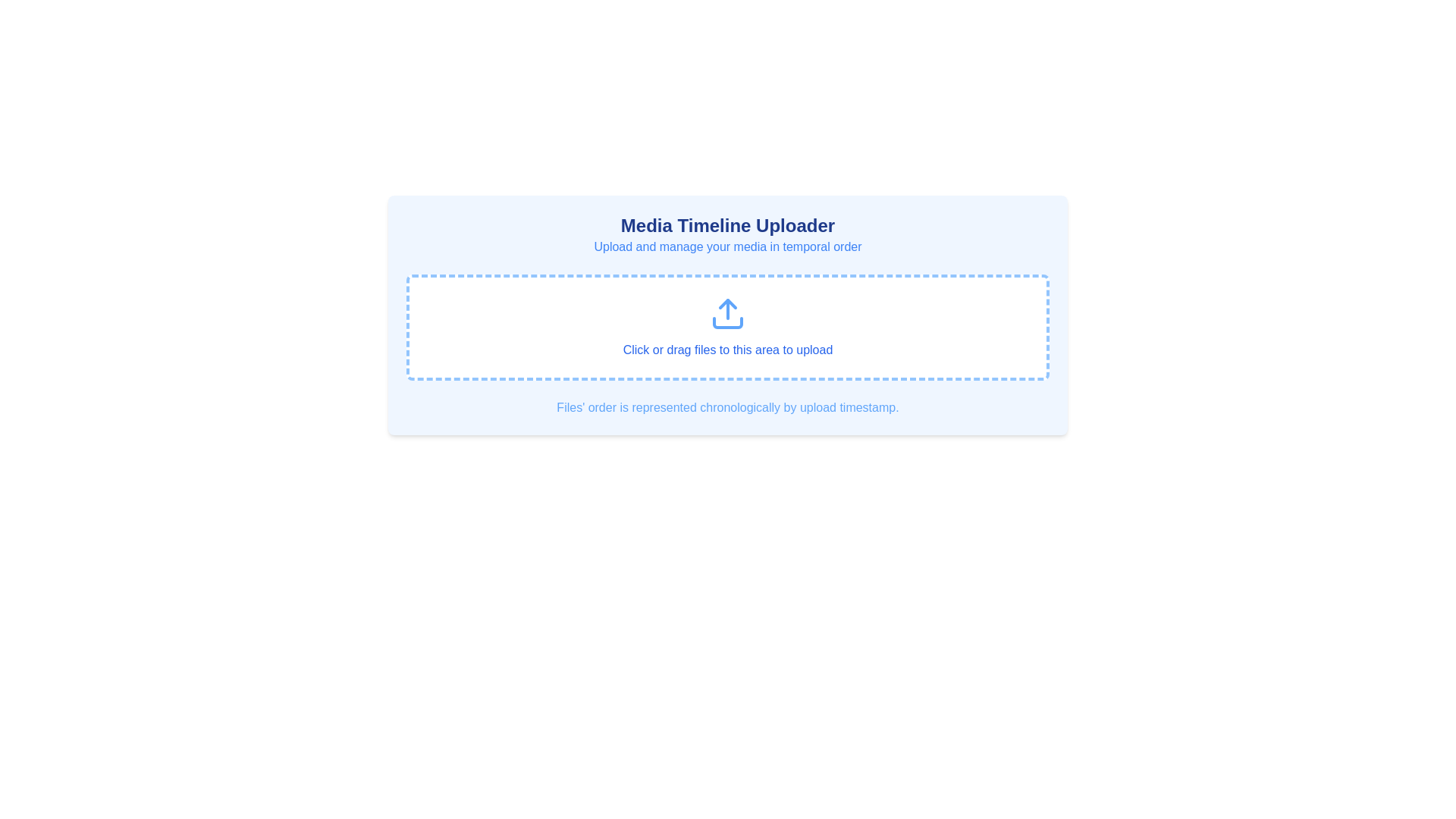 This screenshot has height=819, width=1456. I want to click on lower half of the upload icon, which is a rounded rectangular shape styled minimally, for styling or debugging purposes, so click(728, 322).